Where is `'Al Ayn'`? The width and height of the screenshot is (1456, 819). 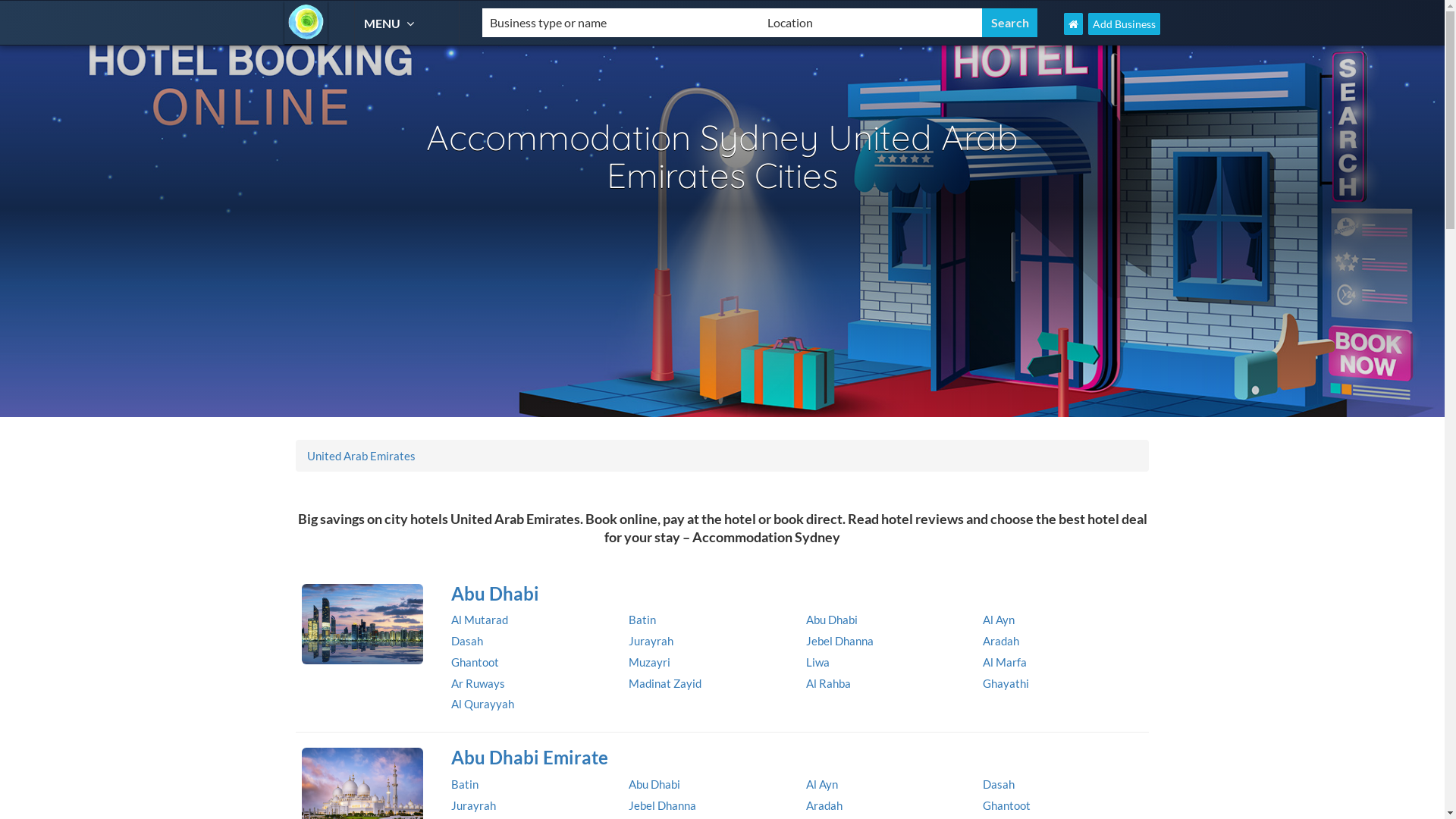 'Al Ayn' is located at coordinates (821, 783).